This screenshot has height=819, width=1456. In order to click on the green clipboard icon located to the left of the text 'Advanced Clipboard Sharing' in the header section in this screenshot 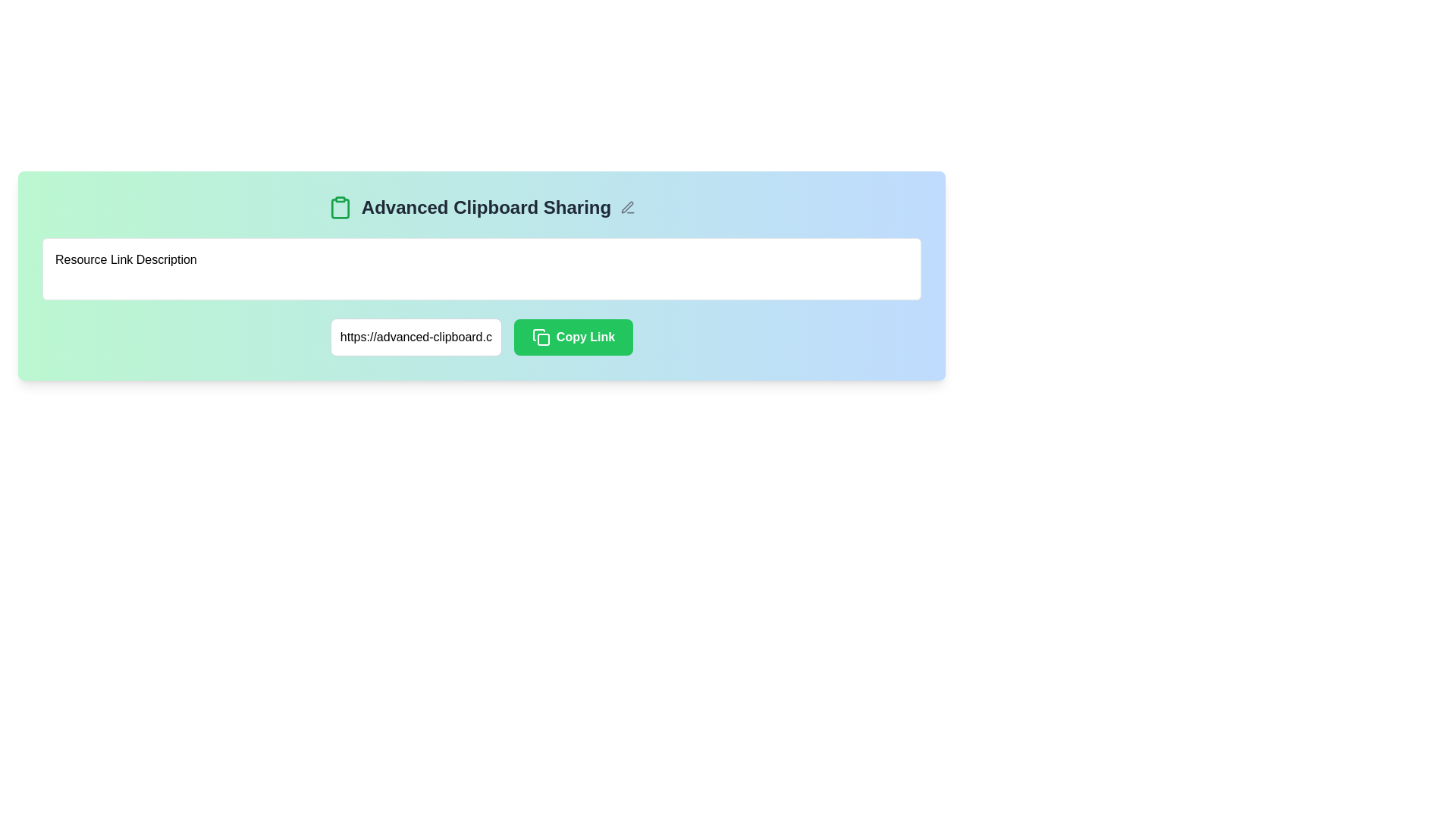, I will do `click(339, 207)`.